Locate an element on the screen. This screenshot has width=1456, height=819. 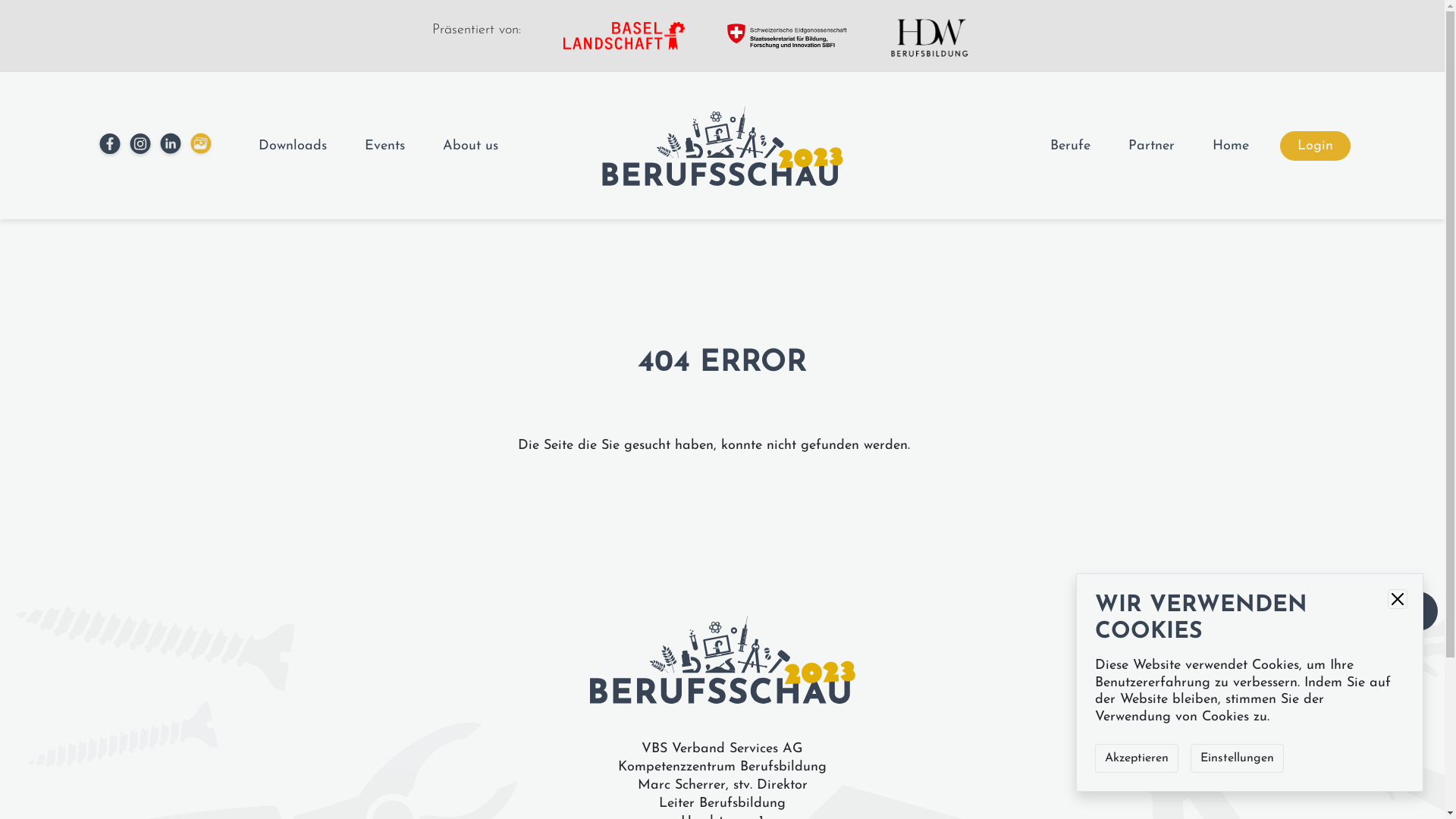
'Home' is located at coordinates (1211, 145).